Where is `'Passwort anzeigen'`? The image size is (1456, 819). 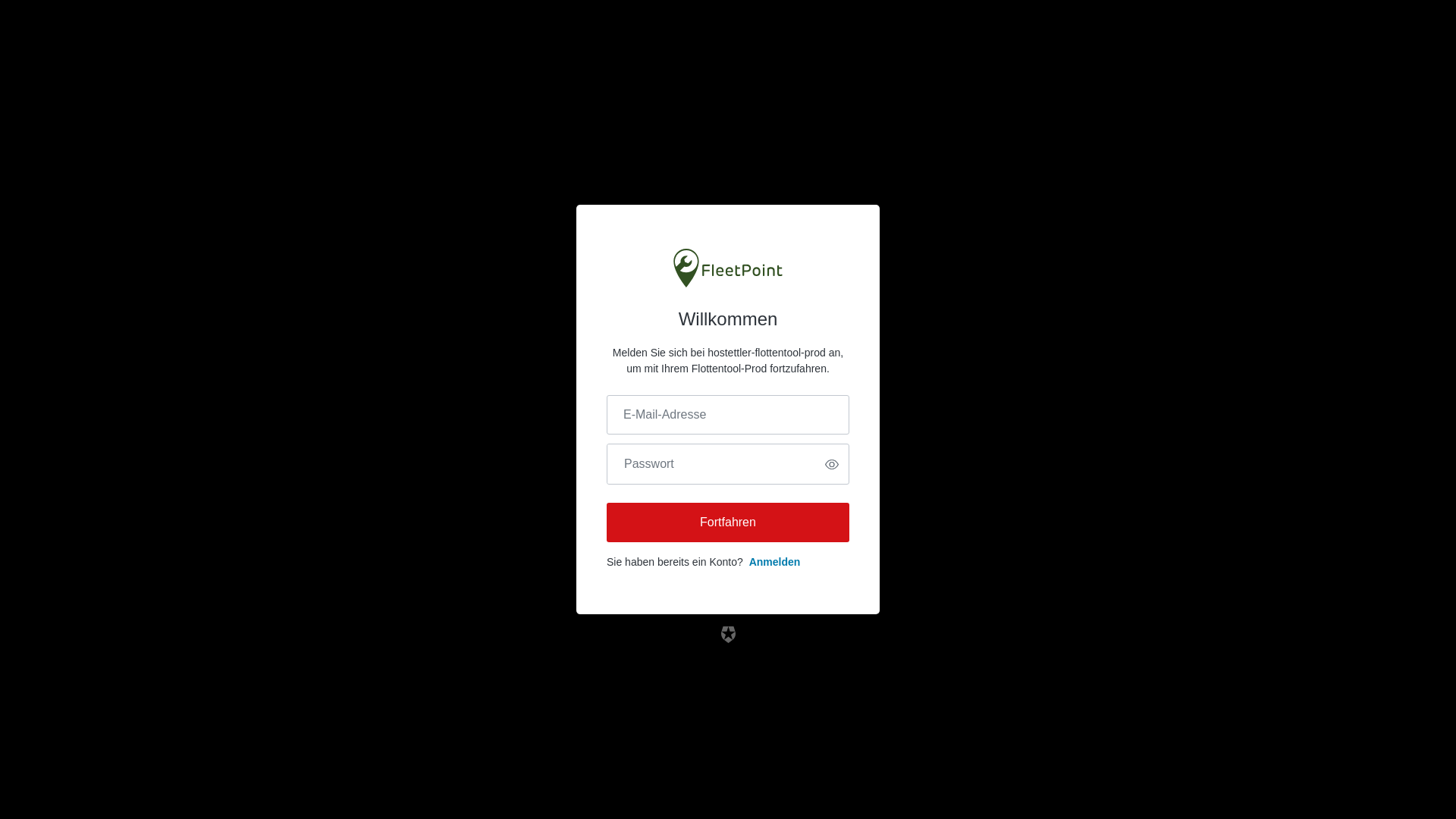
'Passwort anzeigen' is located at coordinates (831, 463).